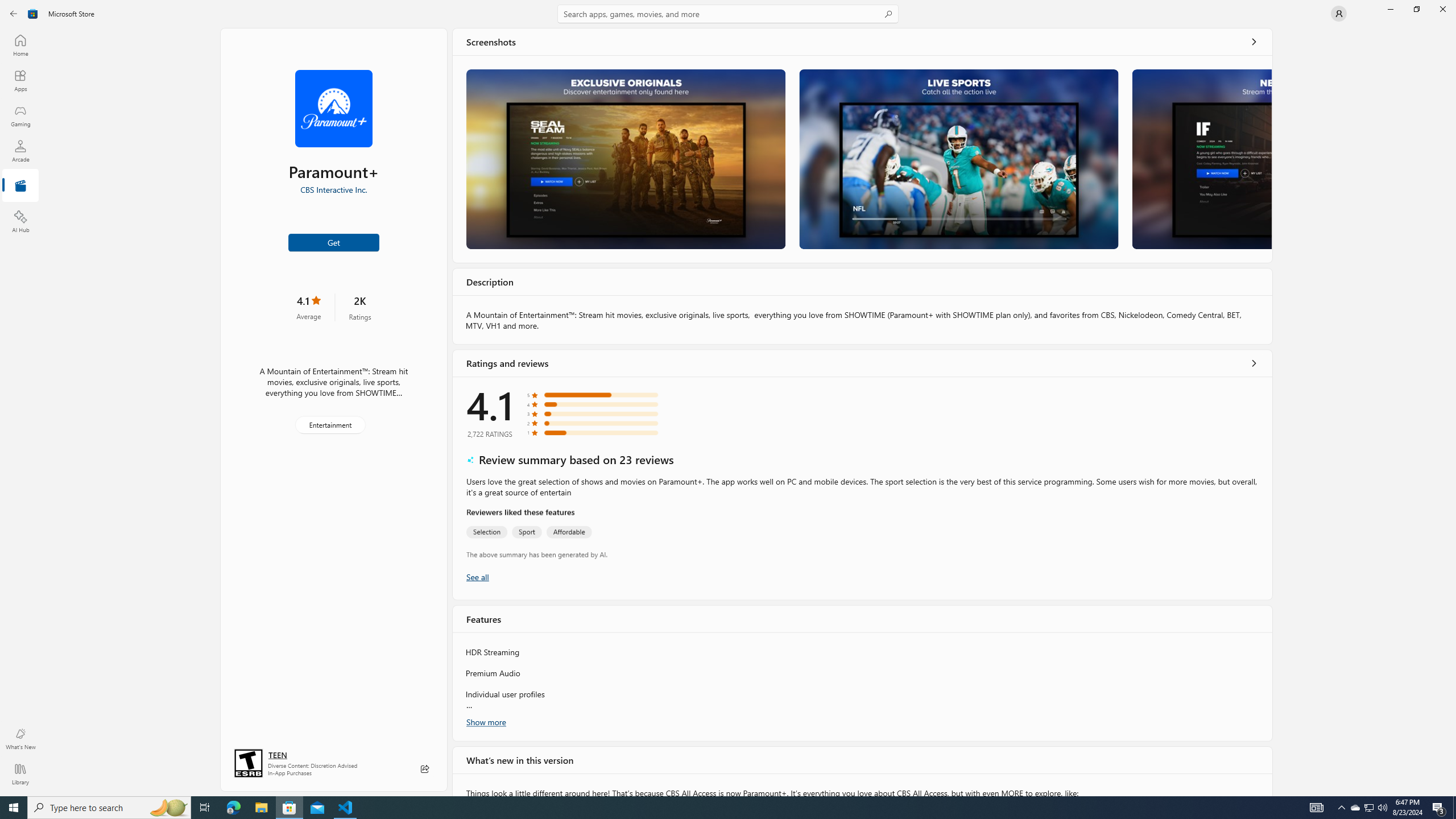  Describe the element at coordinates (276, 754) in the screenshot. I see `'Age rating: TEEN. Click for more information.'` at that location.